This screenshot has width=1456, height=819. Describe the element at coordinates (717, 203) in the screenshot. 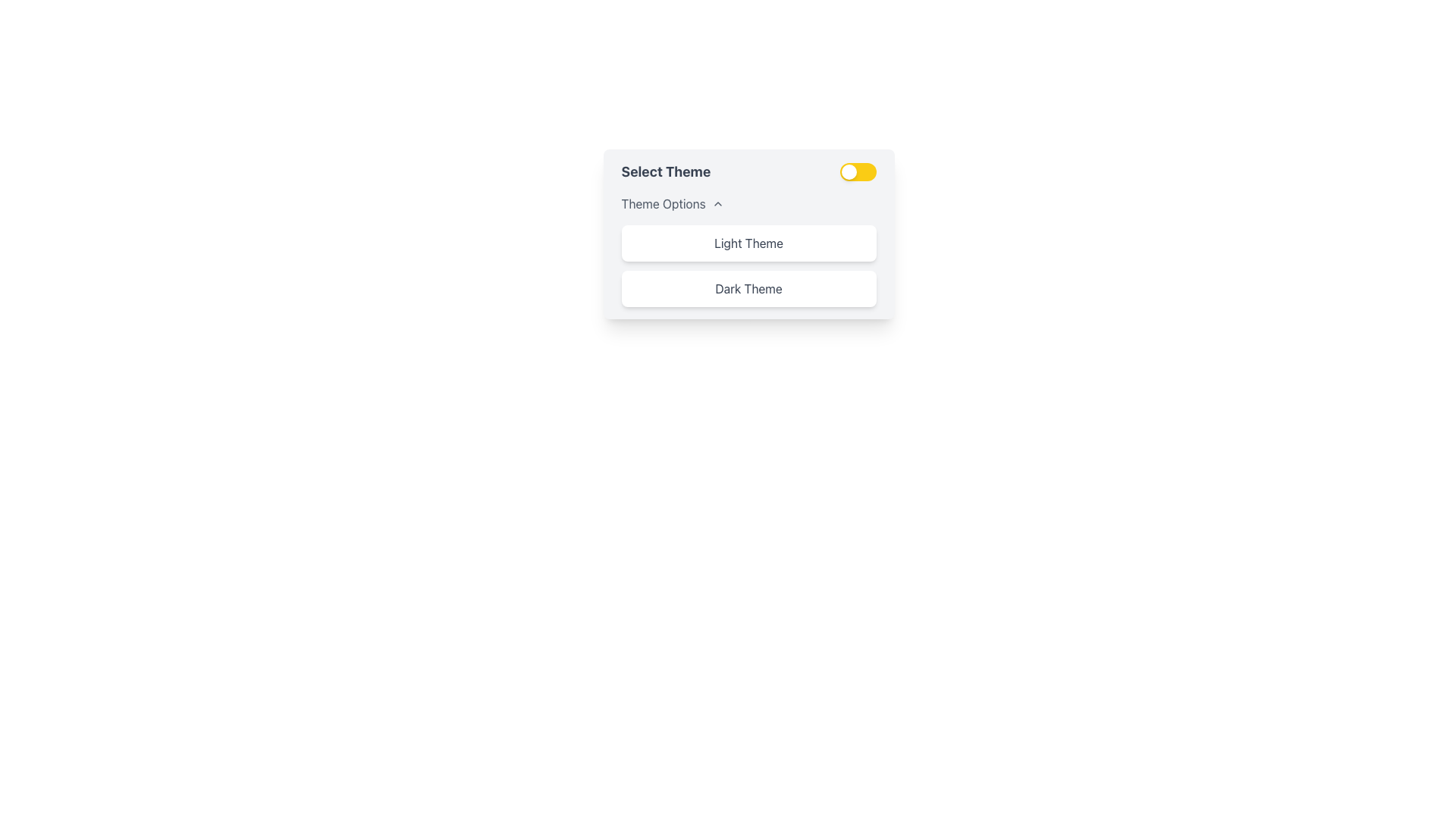

I see `the collapsible toggle icon located on the right side of the 'Theme Options' text` at that location.